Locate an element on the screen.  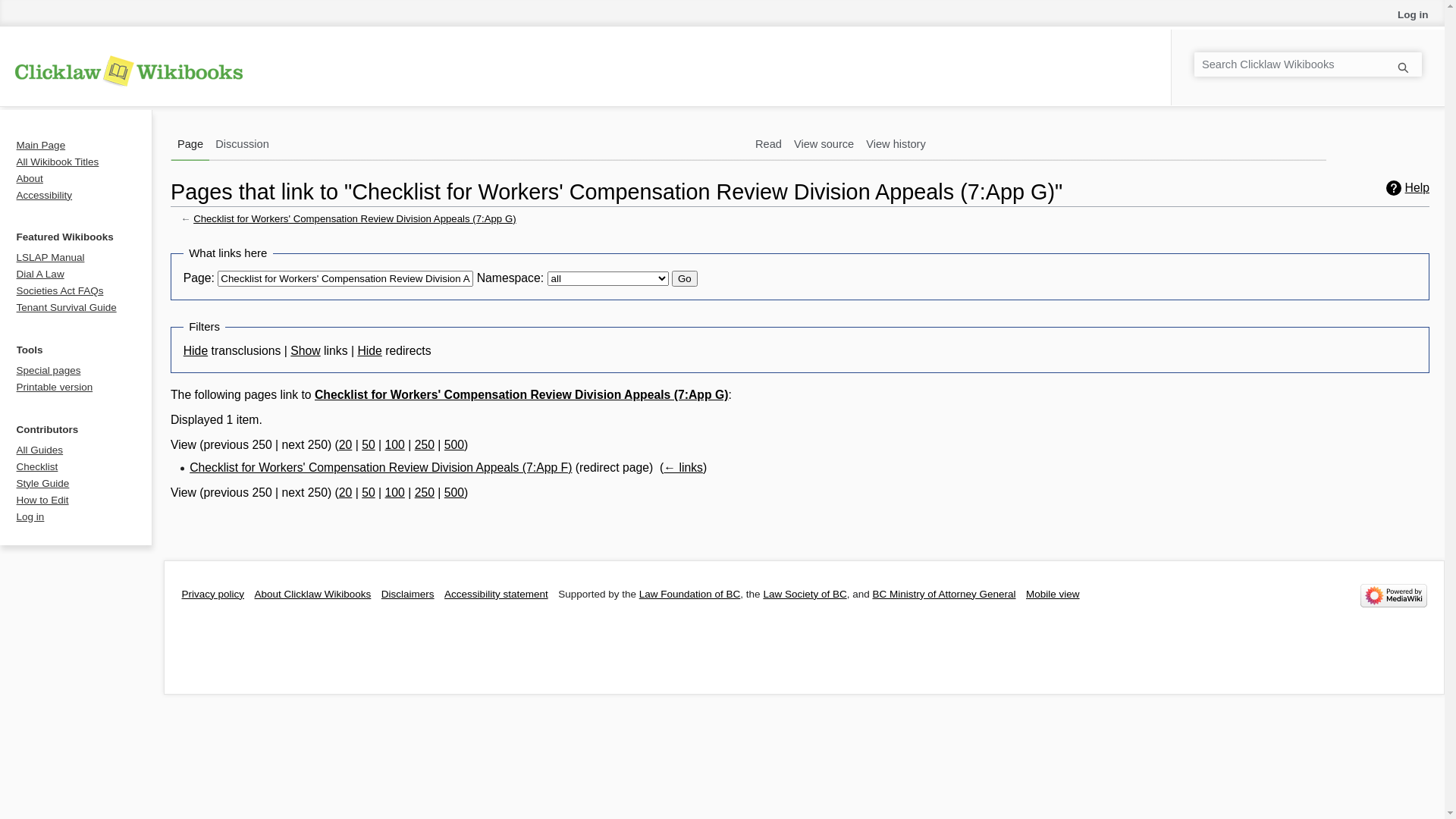
'Law Foundation of BC' is located at coordinates (689, 593).